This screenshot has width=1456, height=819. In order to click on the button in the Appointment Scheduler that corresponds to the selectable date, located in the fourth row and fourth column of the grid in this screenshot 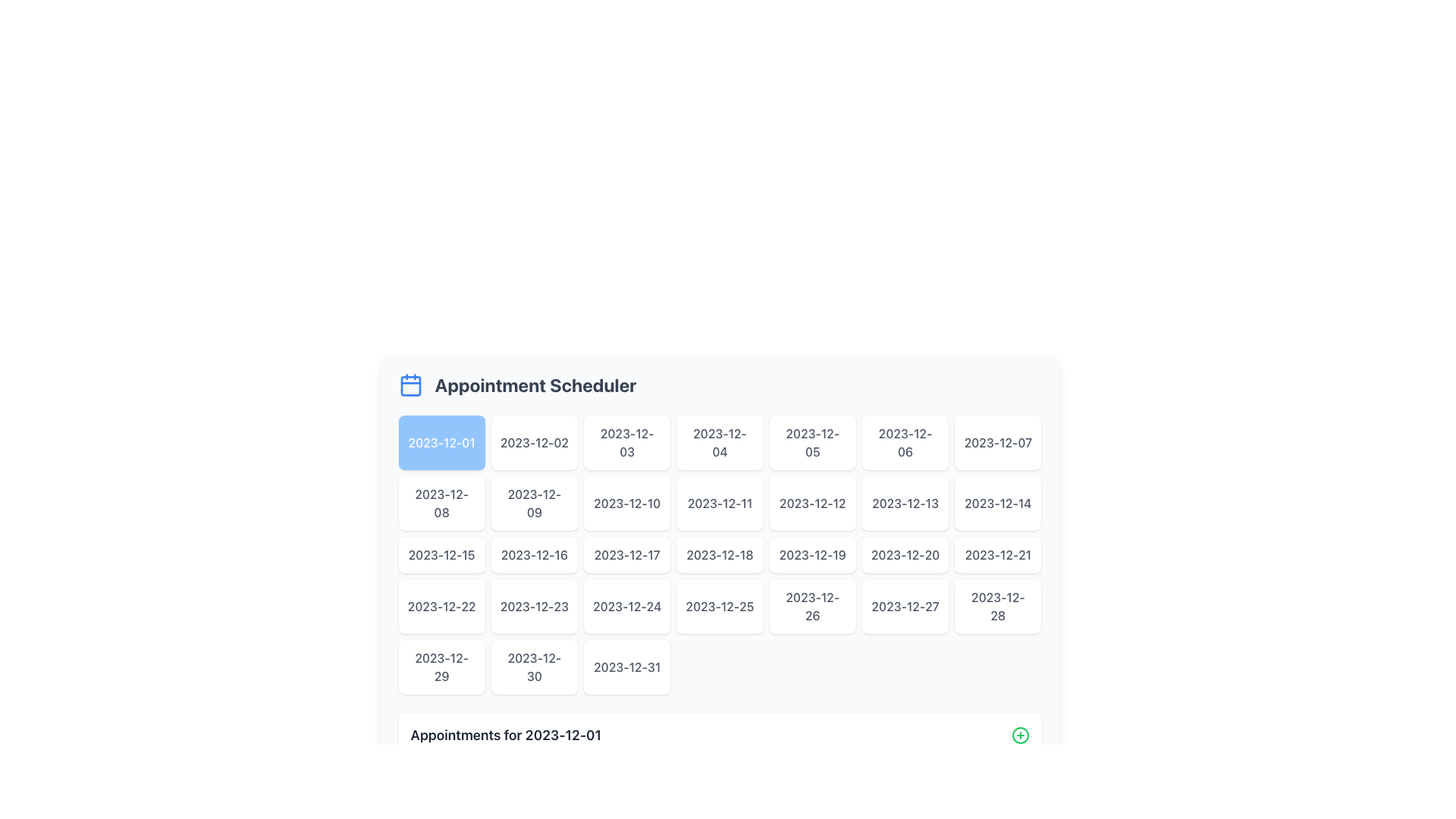, I will do `click(719, 605)`.